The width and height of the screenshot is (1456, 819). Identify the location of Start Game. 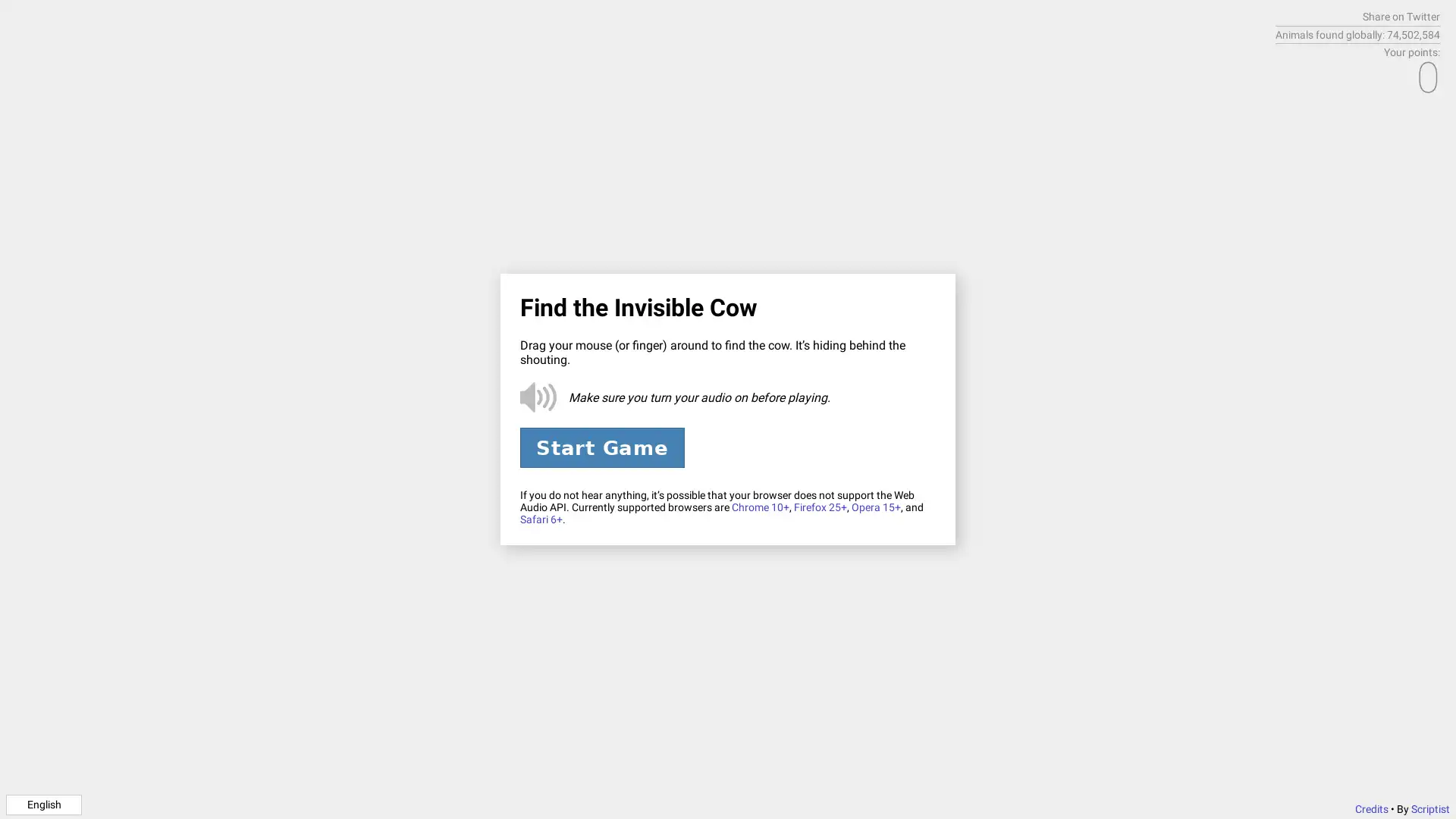
(601, 447).